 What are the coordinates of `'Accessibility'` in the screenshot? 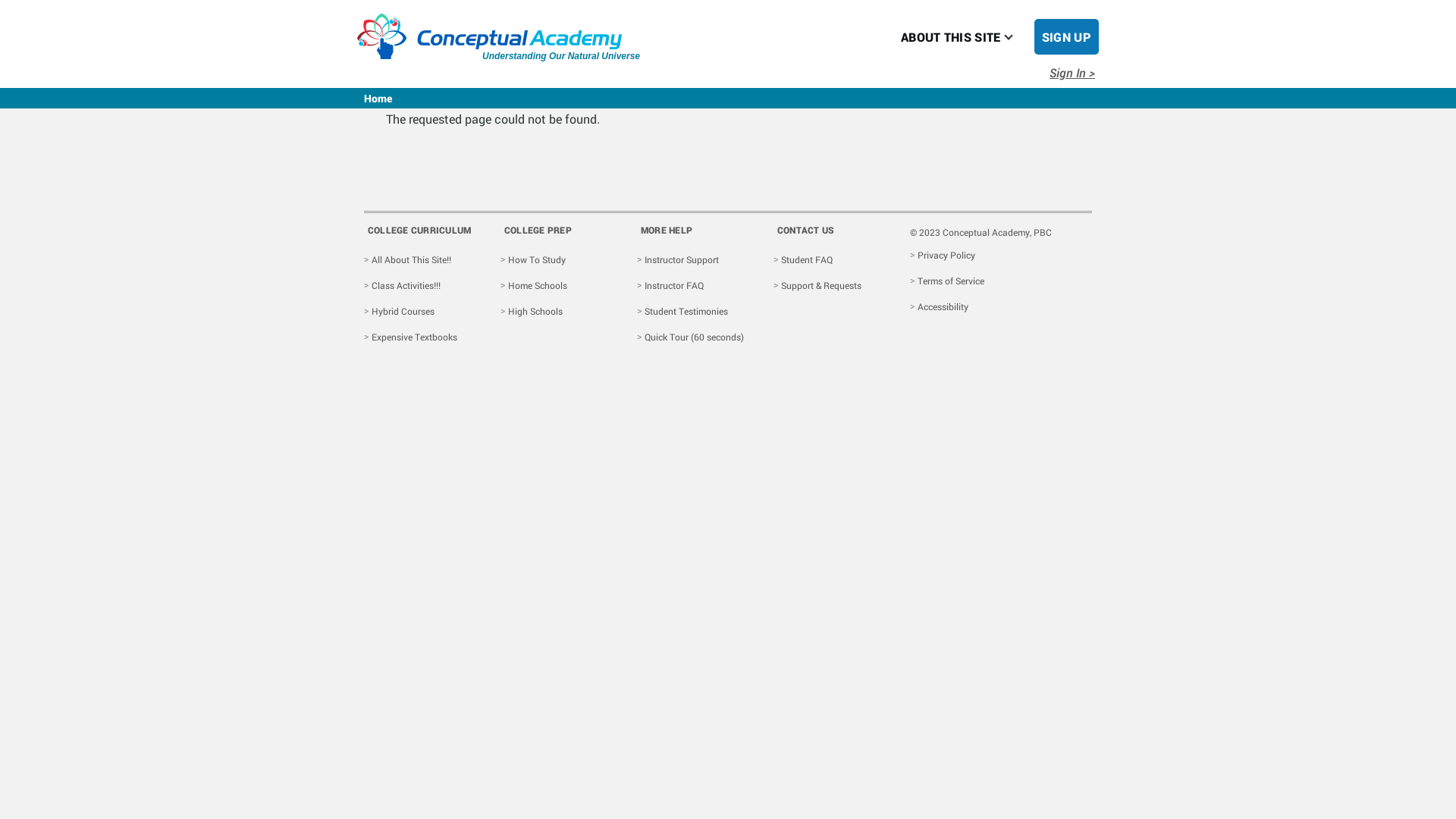 It's located at (942, 306).